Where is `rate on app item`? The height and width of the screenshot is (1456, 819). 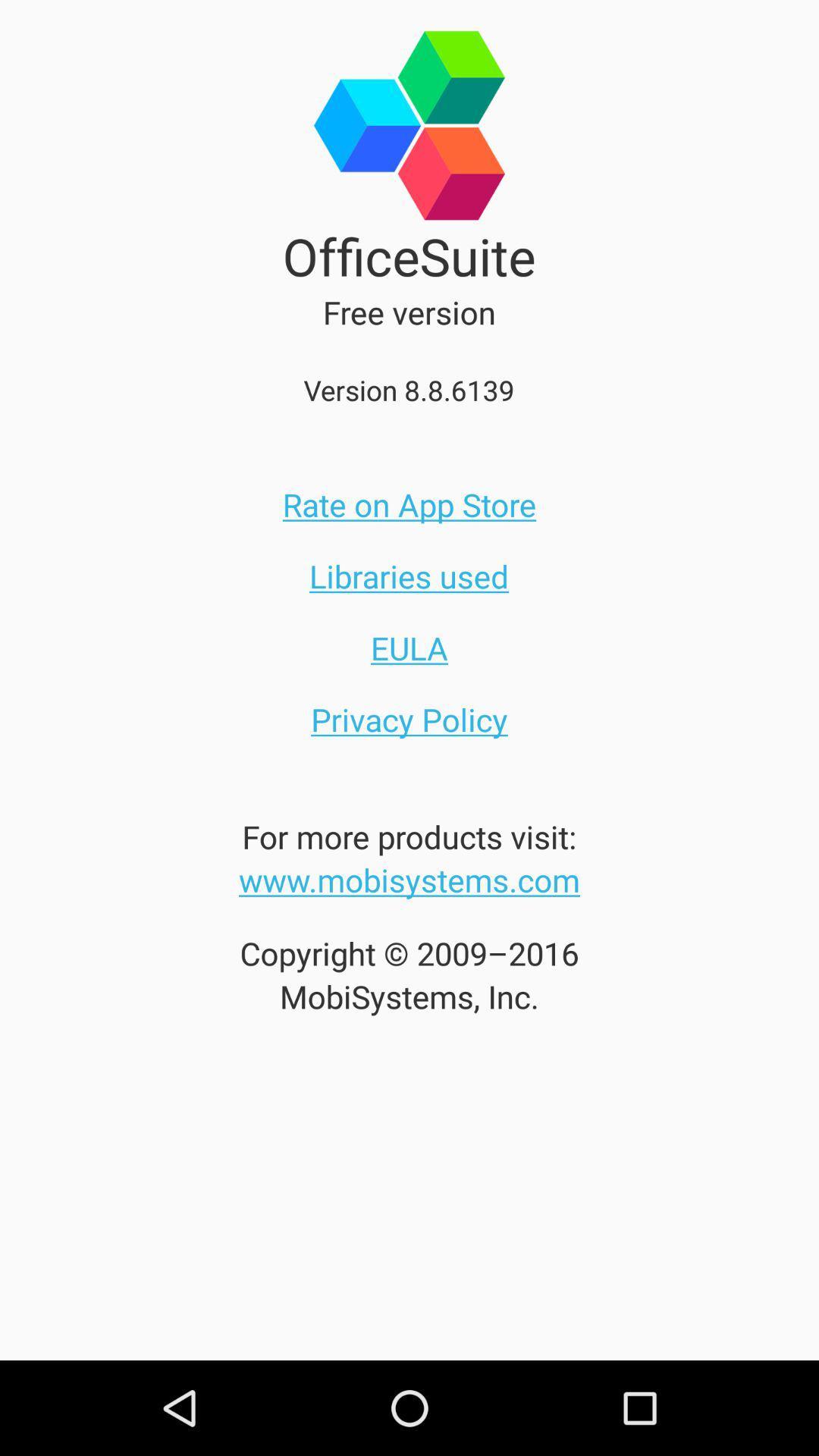 rate on app item is located at coordinates (409, 504).